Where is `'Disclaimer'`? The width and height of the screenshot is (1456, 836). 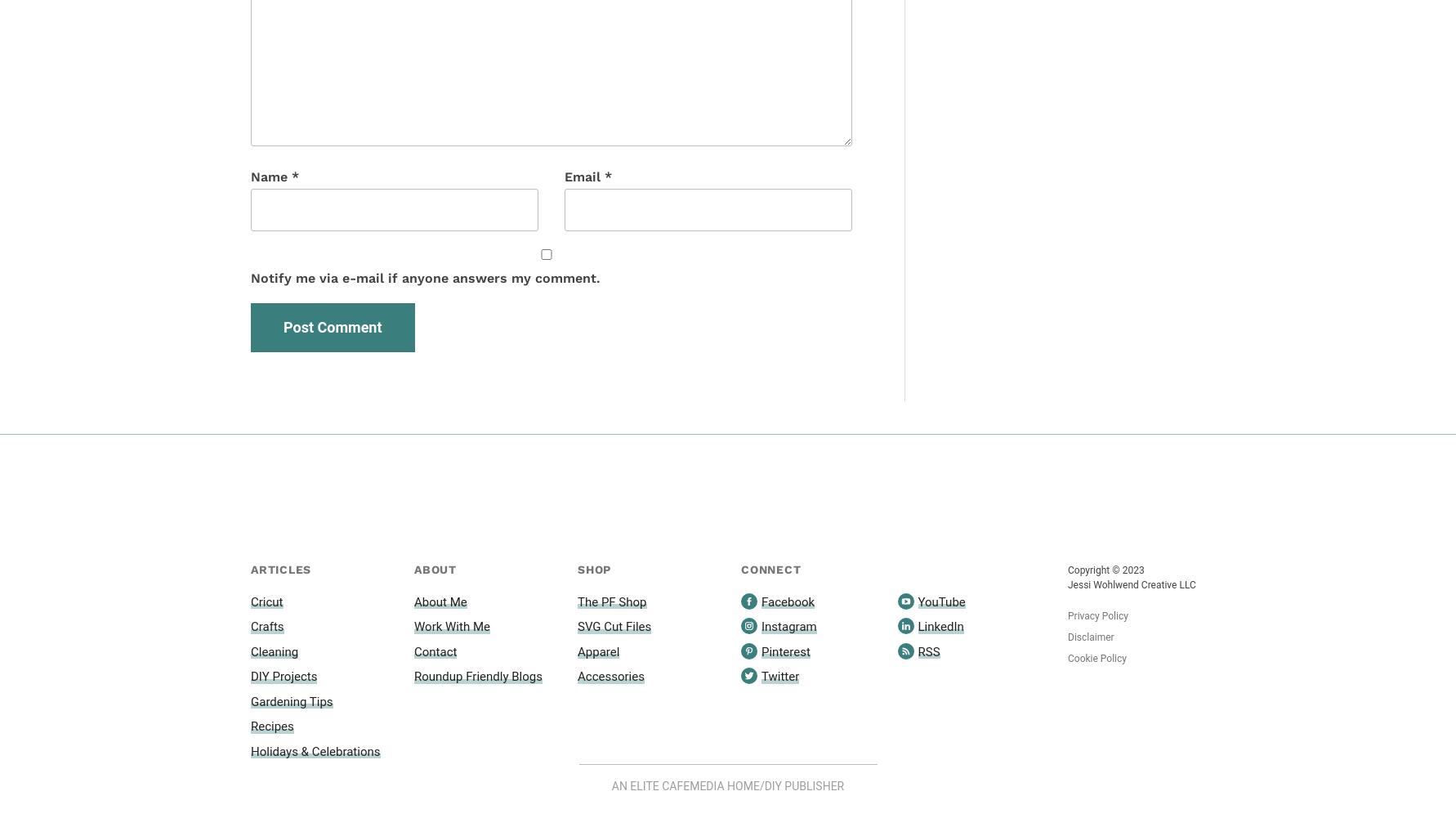 'Disclaimer' is located at coordinates (1091, 636).